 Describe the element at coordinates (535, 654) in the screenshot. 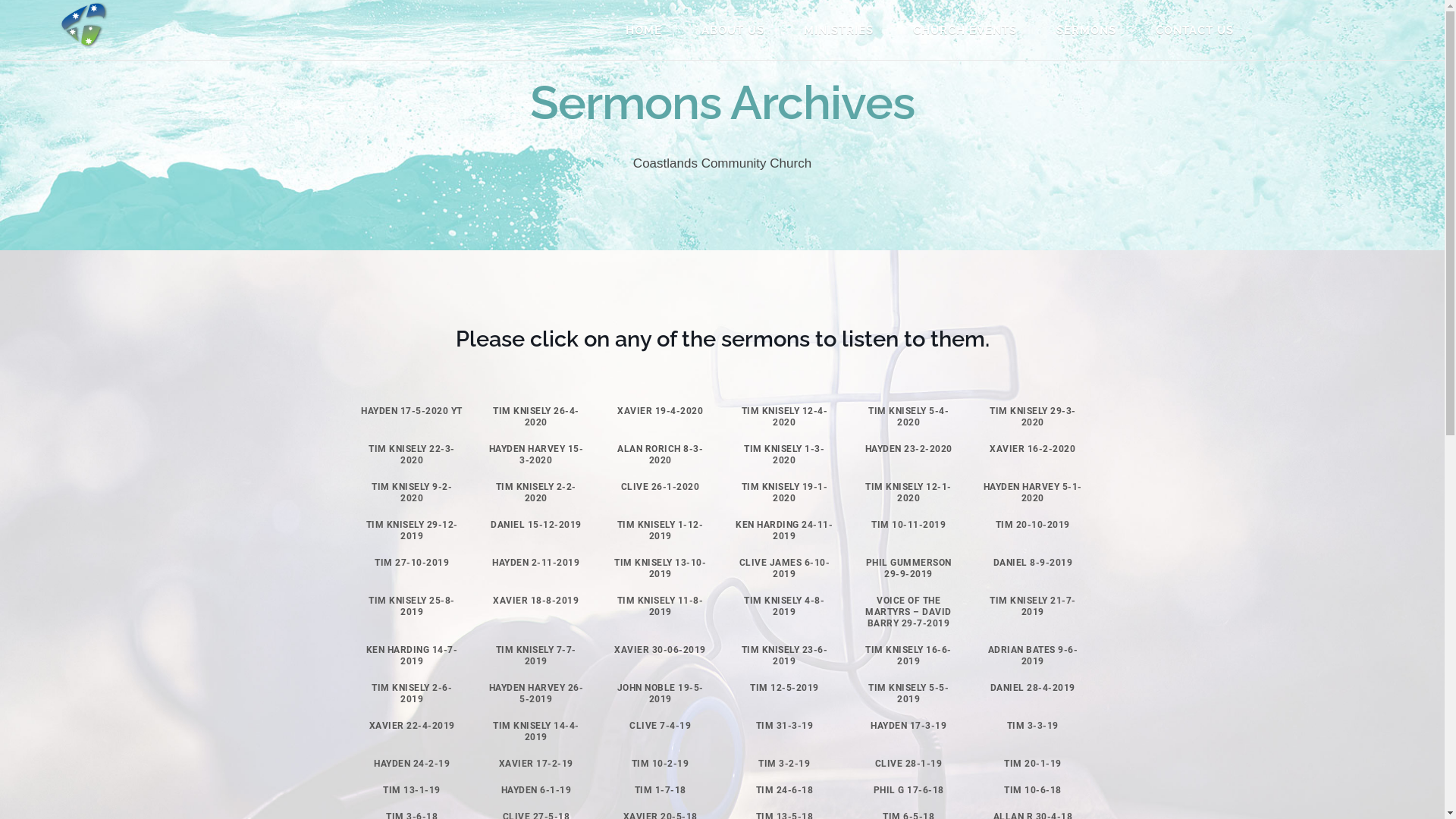

I see `'TIM KNISELY 7-7-2019'` at that location.